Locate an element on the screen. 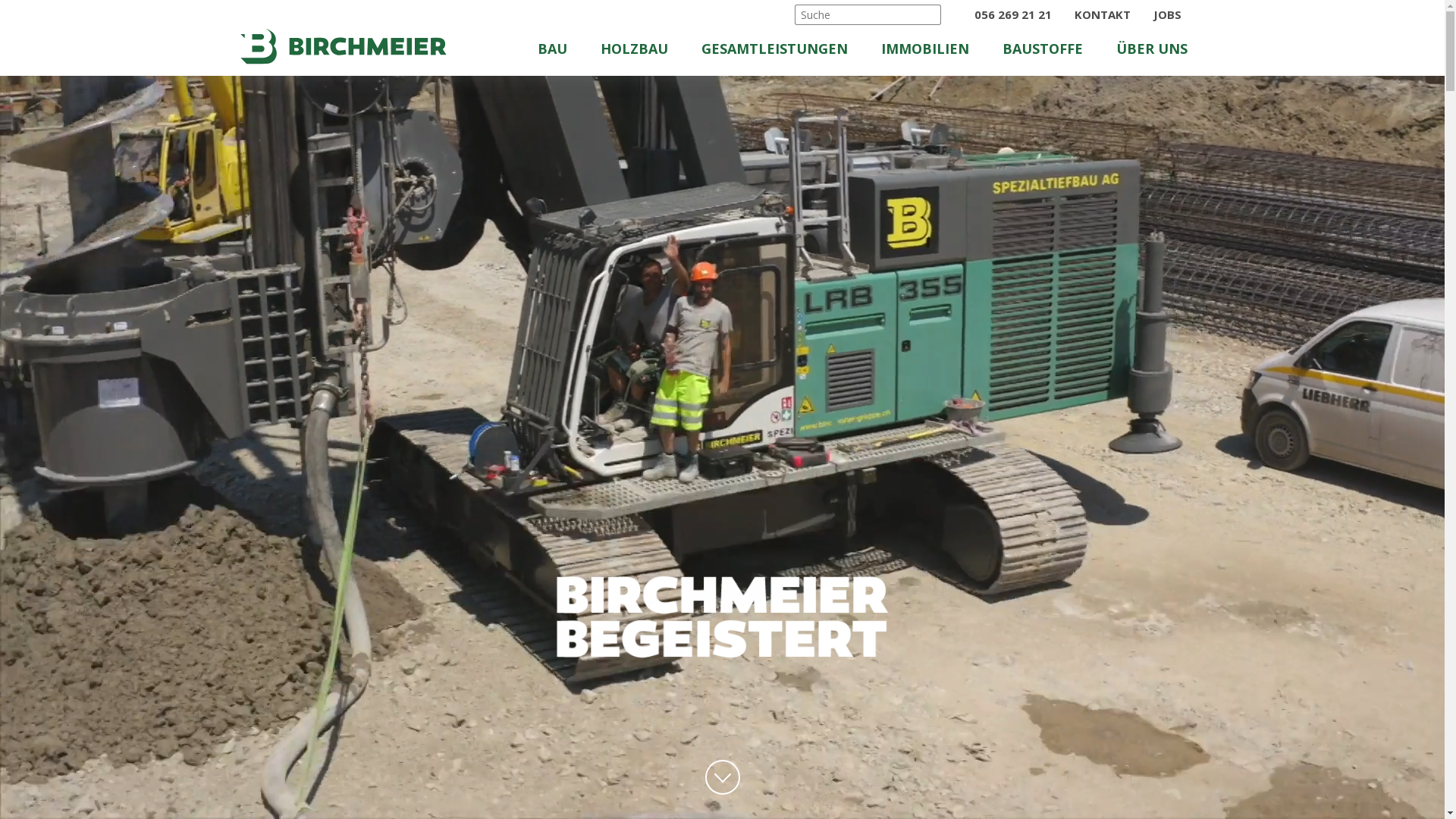  'HOLZBAU' is located at coordinates (648, 52).